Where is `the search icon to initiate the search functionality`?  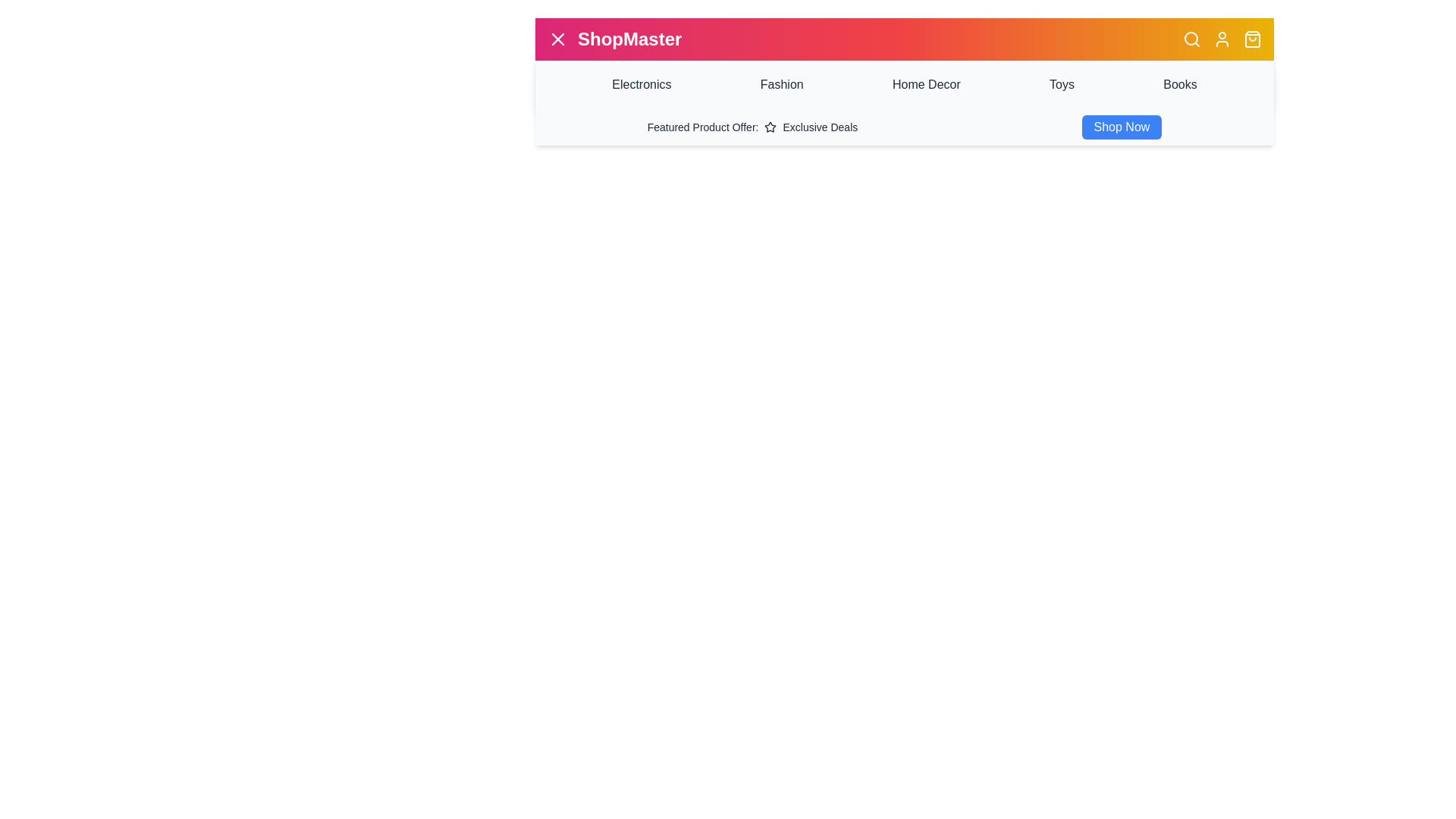 the search icon to initiate the search functionality is located at coordinates (1191, 38).